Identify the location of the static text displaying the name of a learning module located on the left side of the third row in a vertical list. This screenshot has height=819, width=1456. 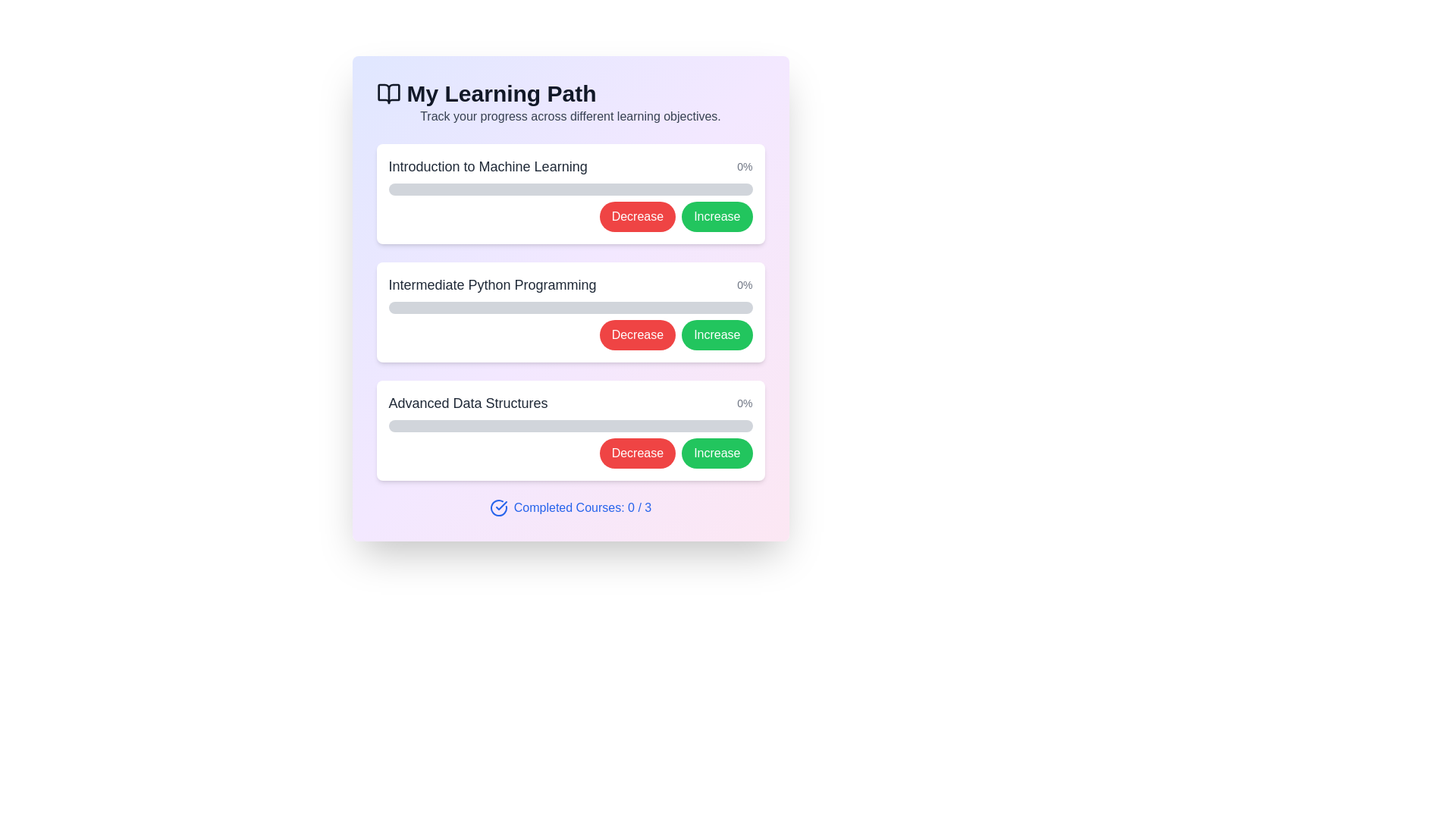
(467, 403).